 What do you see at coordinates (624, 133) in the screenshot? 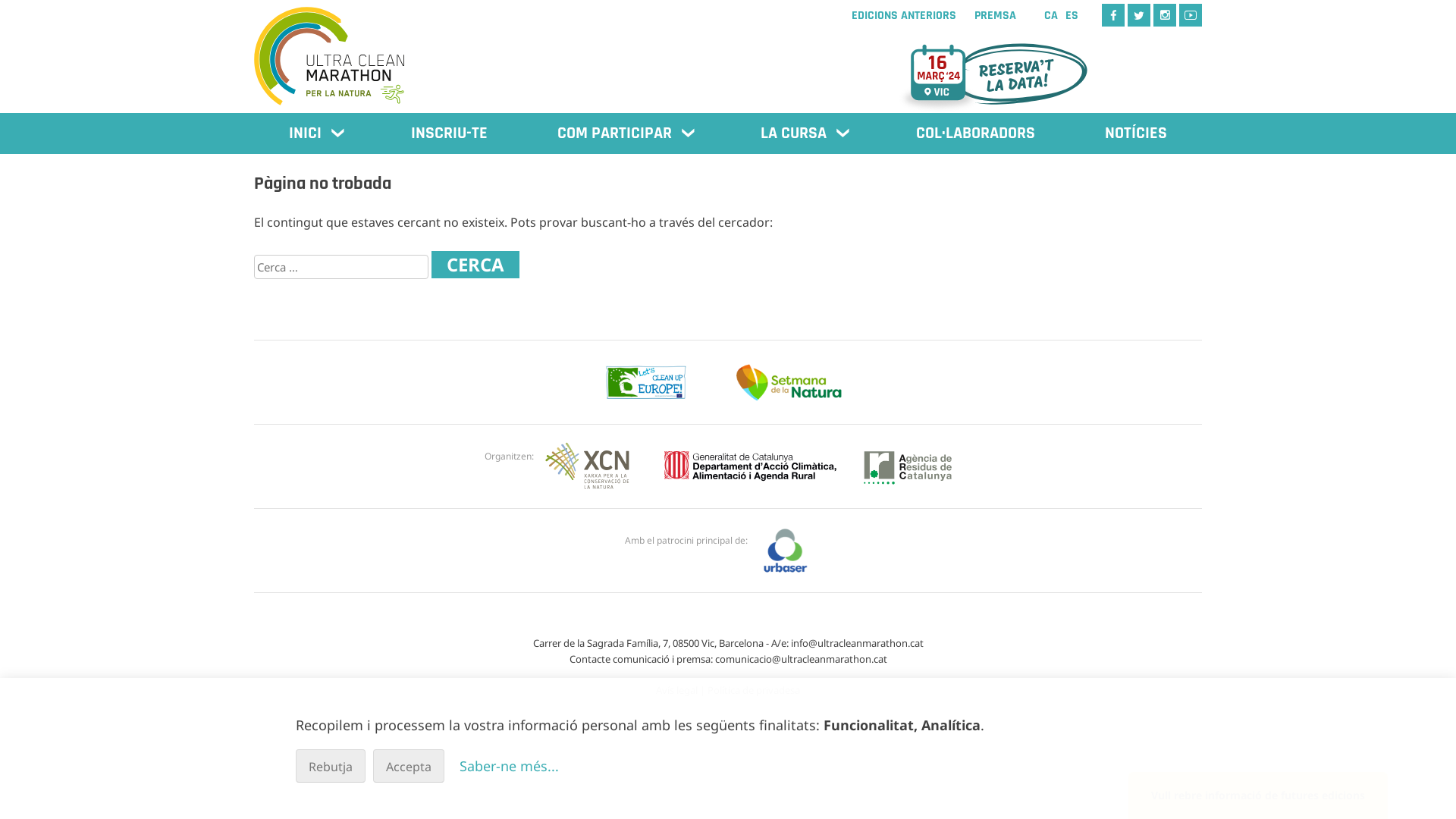
I see `'COM PARTICIPAR'` at bounding box center [624, 133].